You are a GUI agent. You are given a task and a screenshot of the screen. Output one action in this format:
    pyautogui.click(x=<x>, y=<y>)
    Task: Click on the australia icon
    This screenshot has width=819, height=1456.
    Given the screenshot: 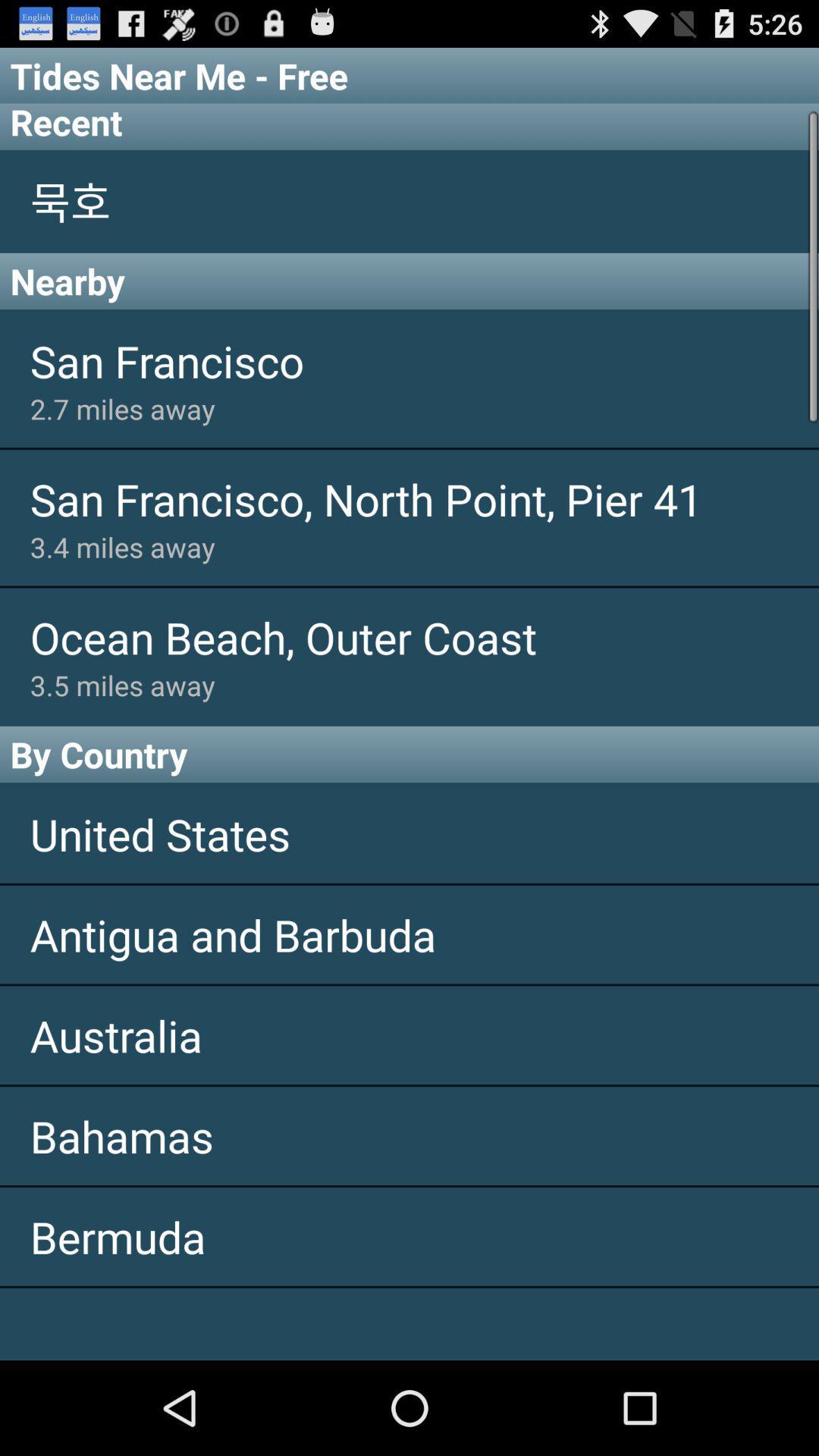 What is the action you would take?
    pyautogui.click(x=409, y=1034)
    